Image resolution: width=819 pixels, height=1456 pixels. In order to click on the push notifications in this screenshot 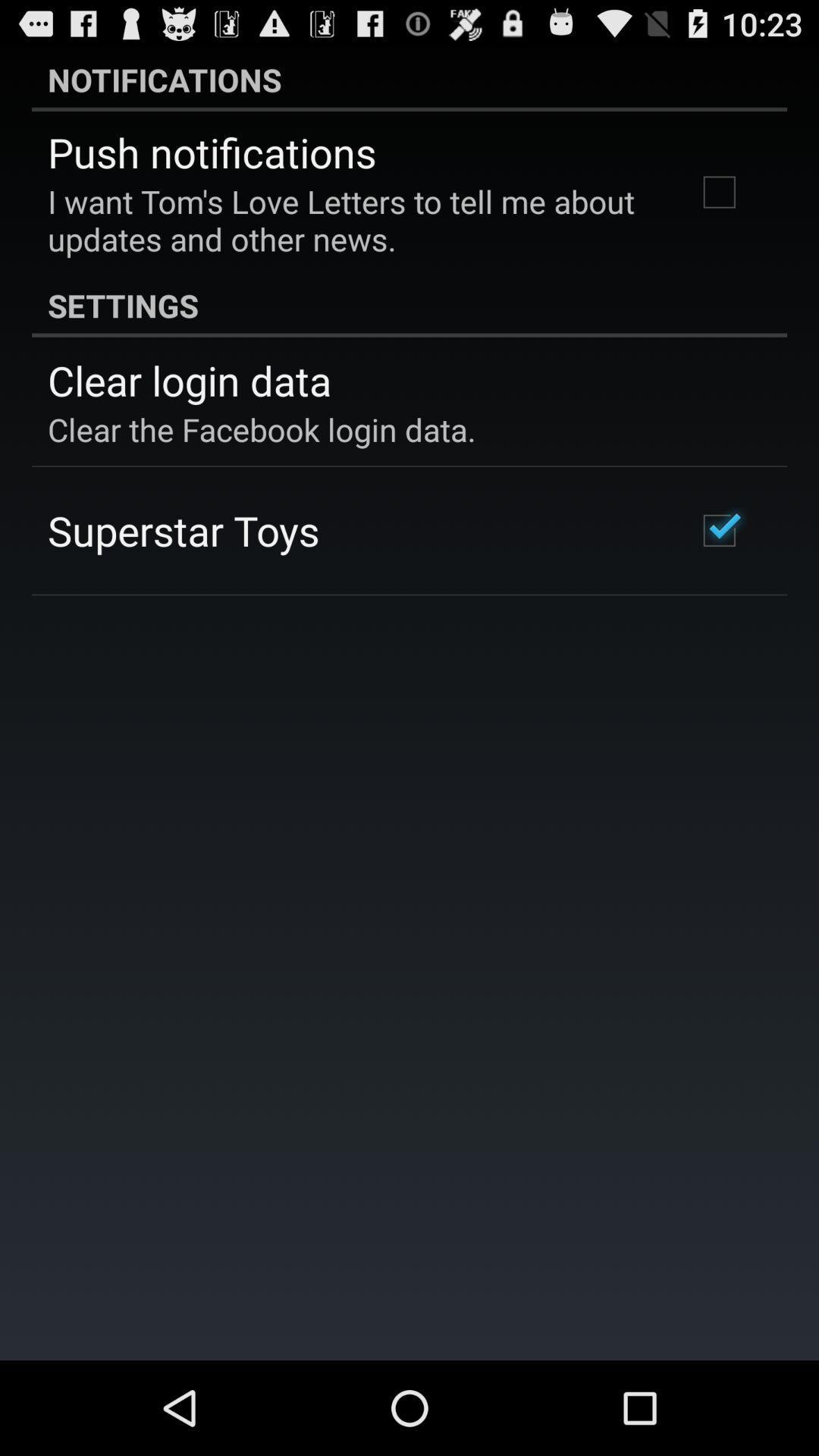, I will do `click(212, 152)`.